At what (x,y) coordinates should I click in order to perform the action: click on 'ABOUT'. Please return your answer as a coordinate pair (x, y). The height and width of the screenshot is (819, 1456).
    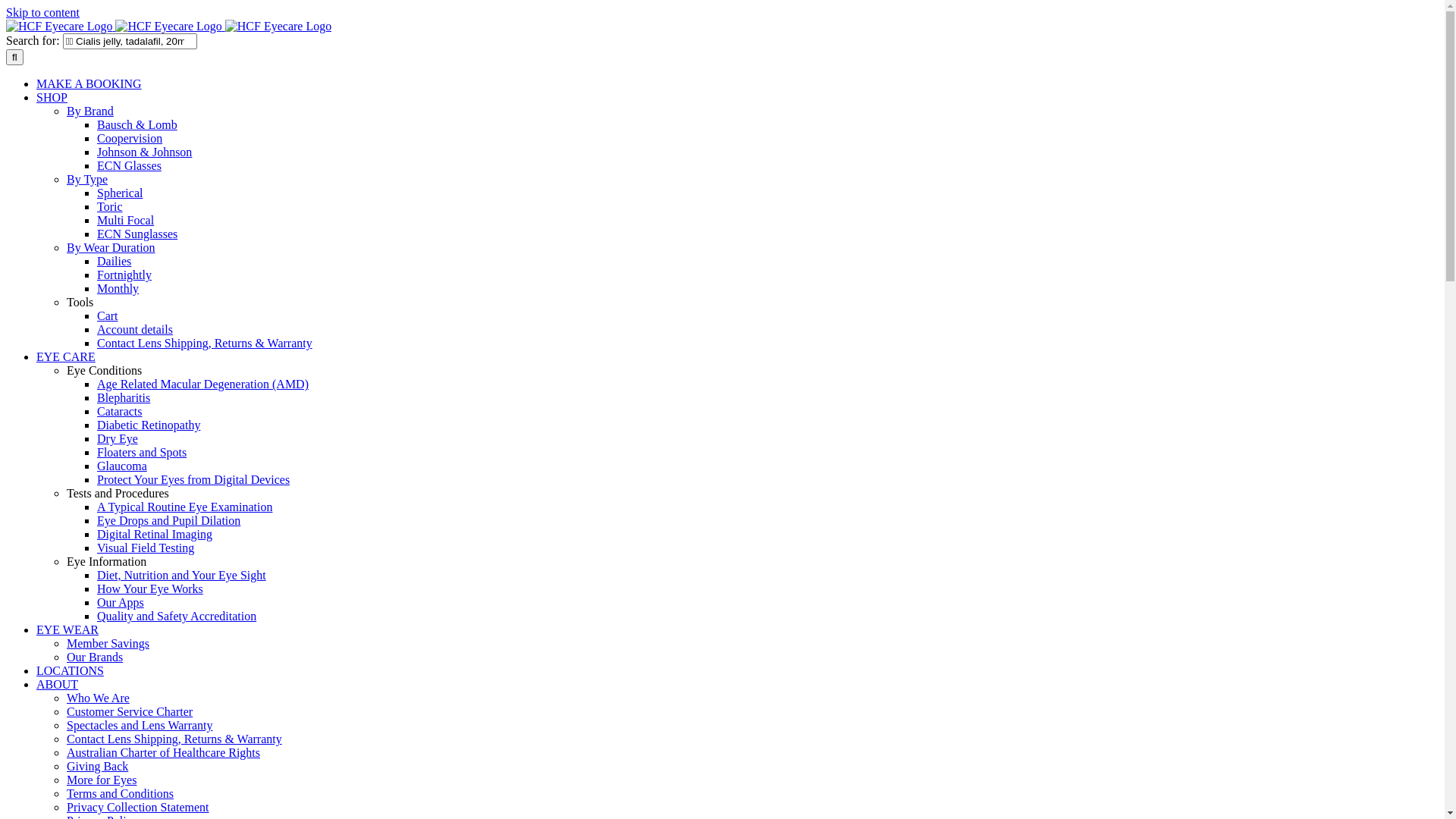
    Looking at the image, I should click on (57, 684).